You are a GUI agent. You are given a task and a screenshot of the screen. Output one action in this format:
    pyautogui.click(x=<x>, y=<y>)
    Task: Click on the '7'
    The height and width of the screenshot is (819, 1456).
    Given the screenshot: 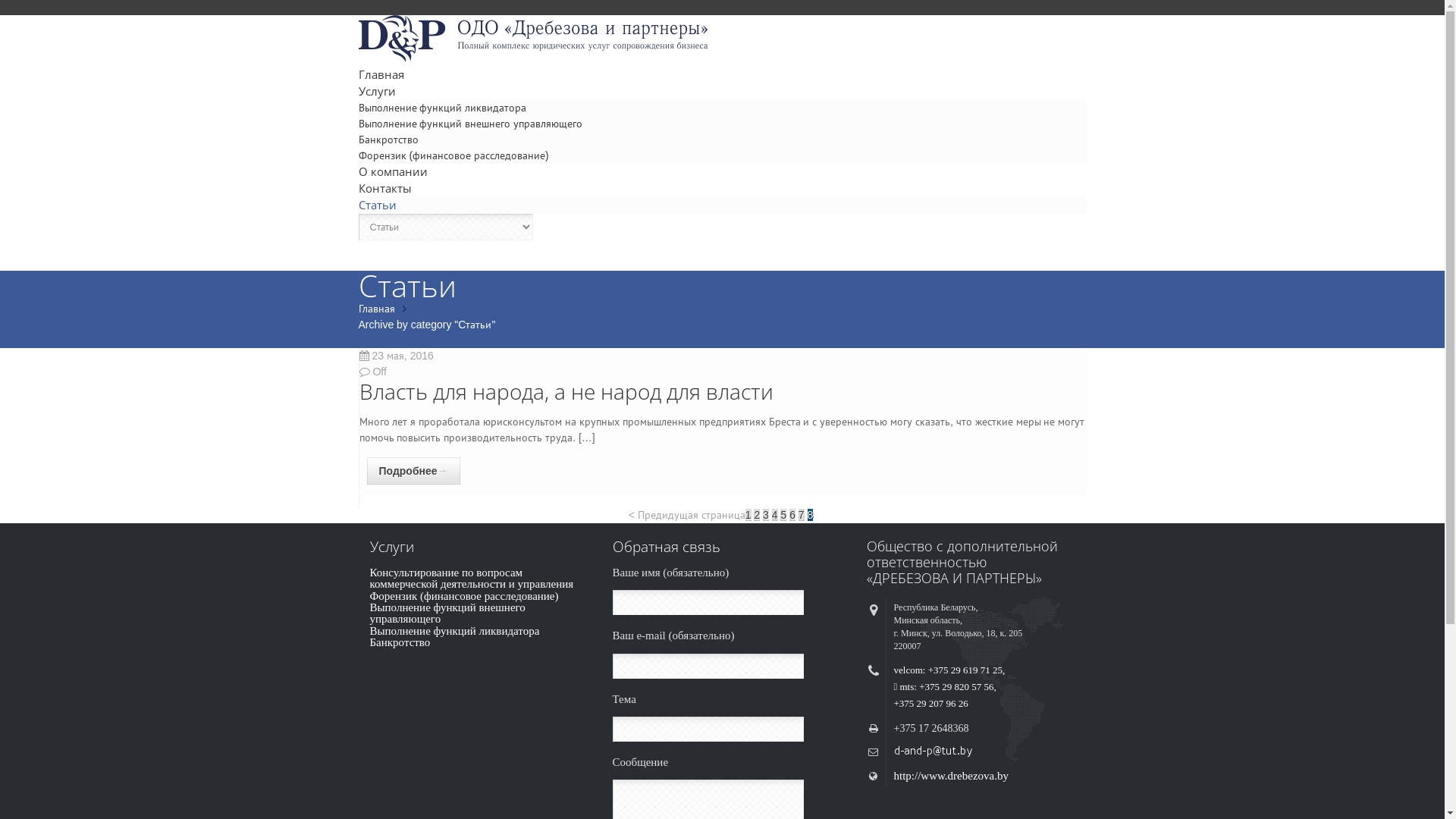 What is the action you would take?
    pyautogui.click(x=800, y=513)
    